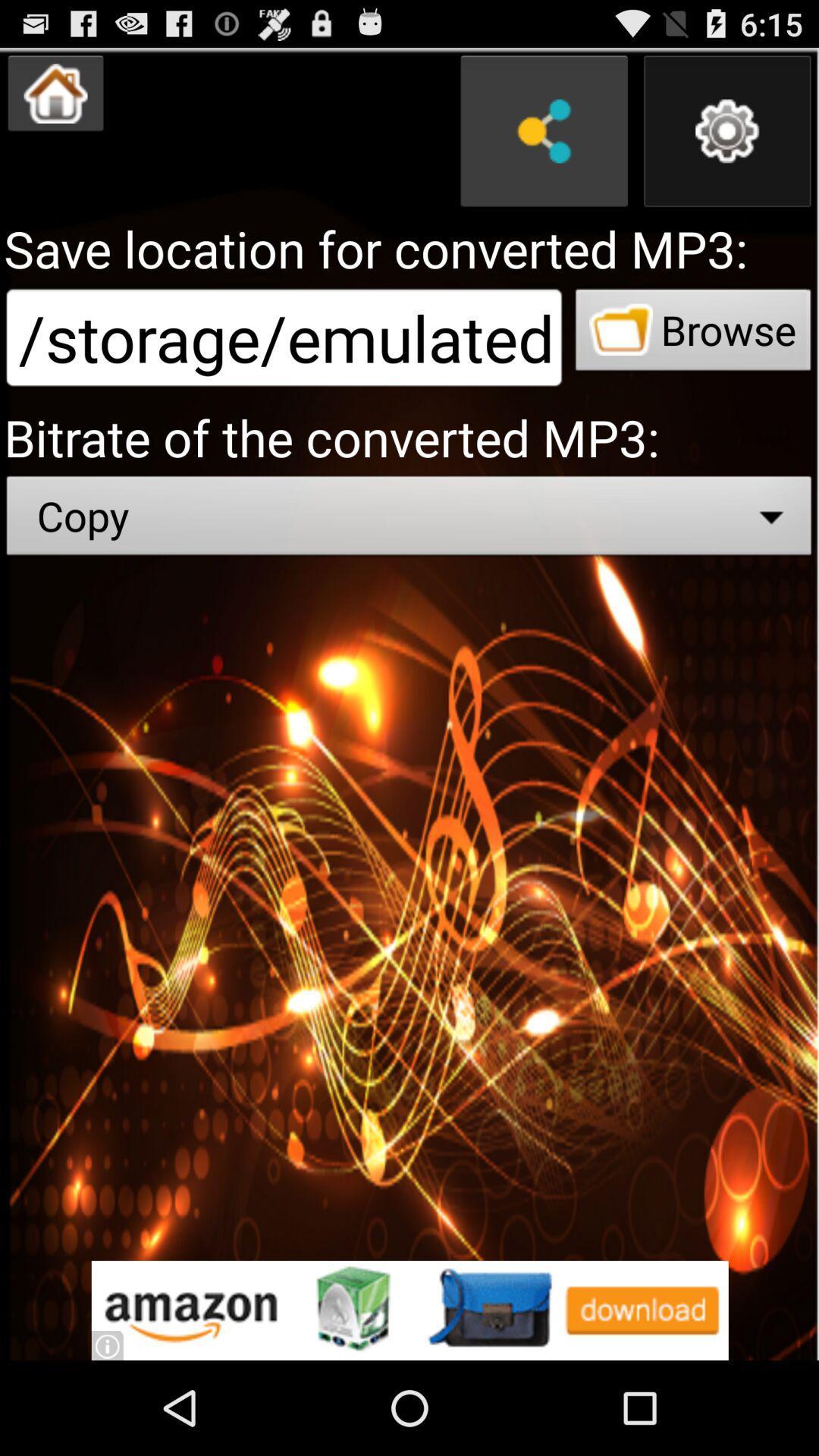 The image size is (819, 1456). What do you see at coordinates (726, 131) in the screenshot?
I see `open app settings` at bounding box center [726, 131].